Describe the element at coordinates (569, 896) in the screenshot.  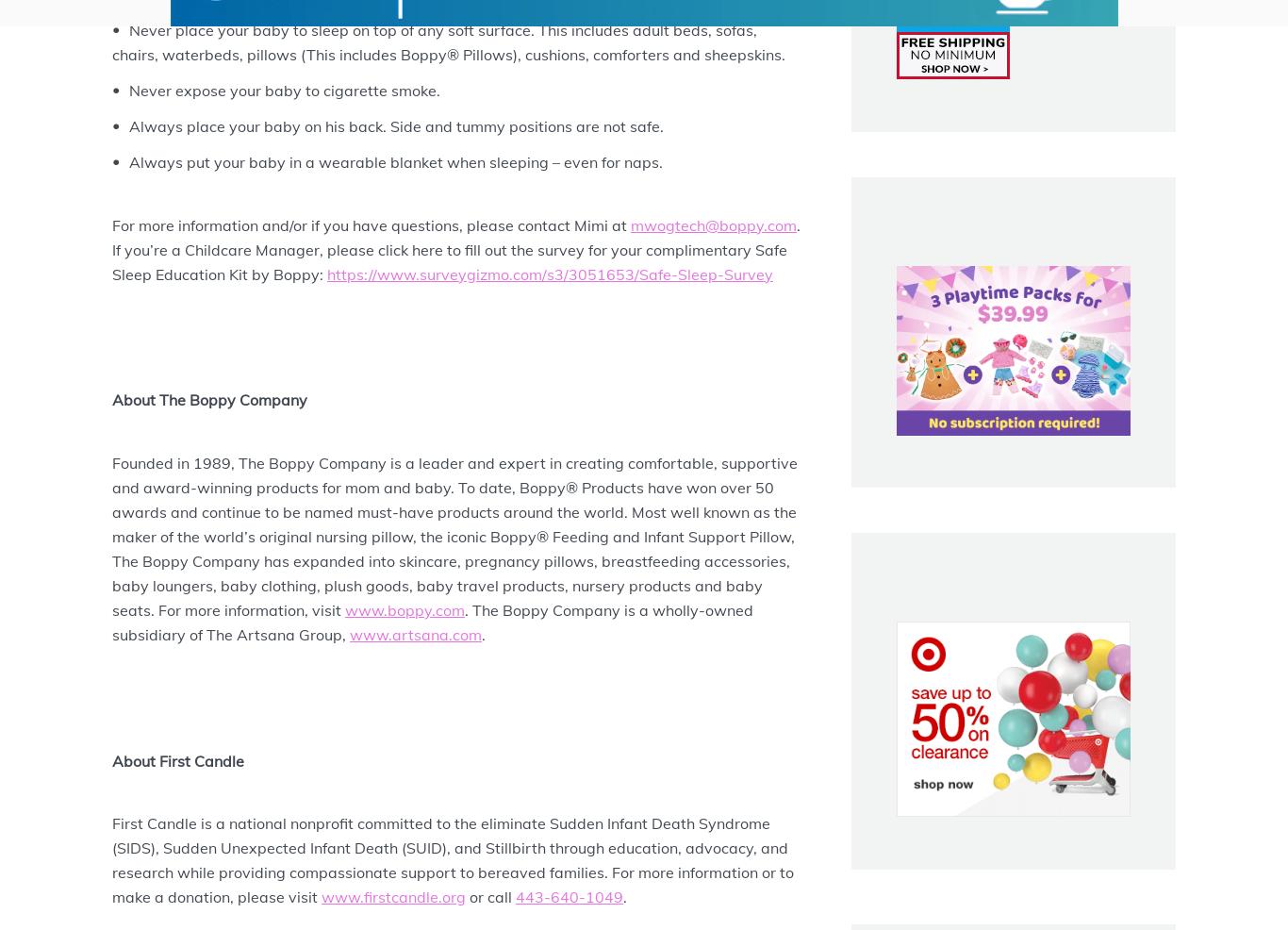
I see `'443-640-1049'` at that location.